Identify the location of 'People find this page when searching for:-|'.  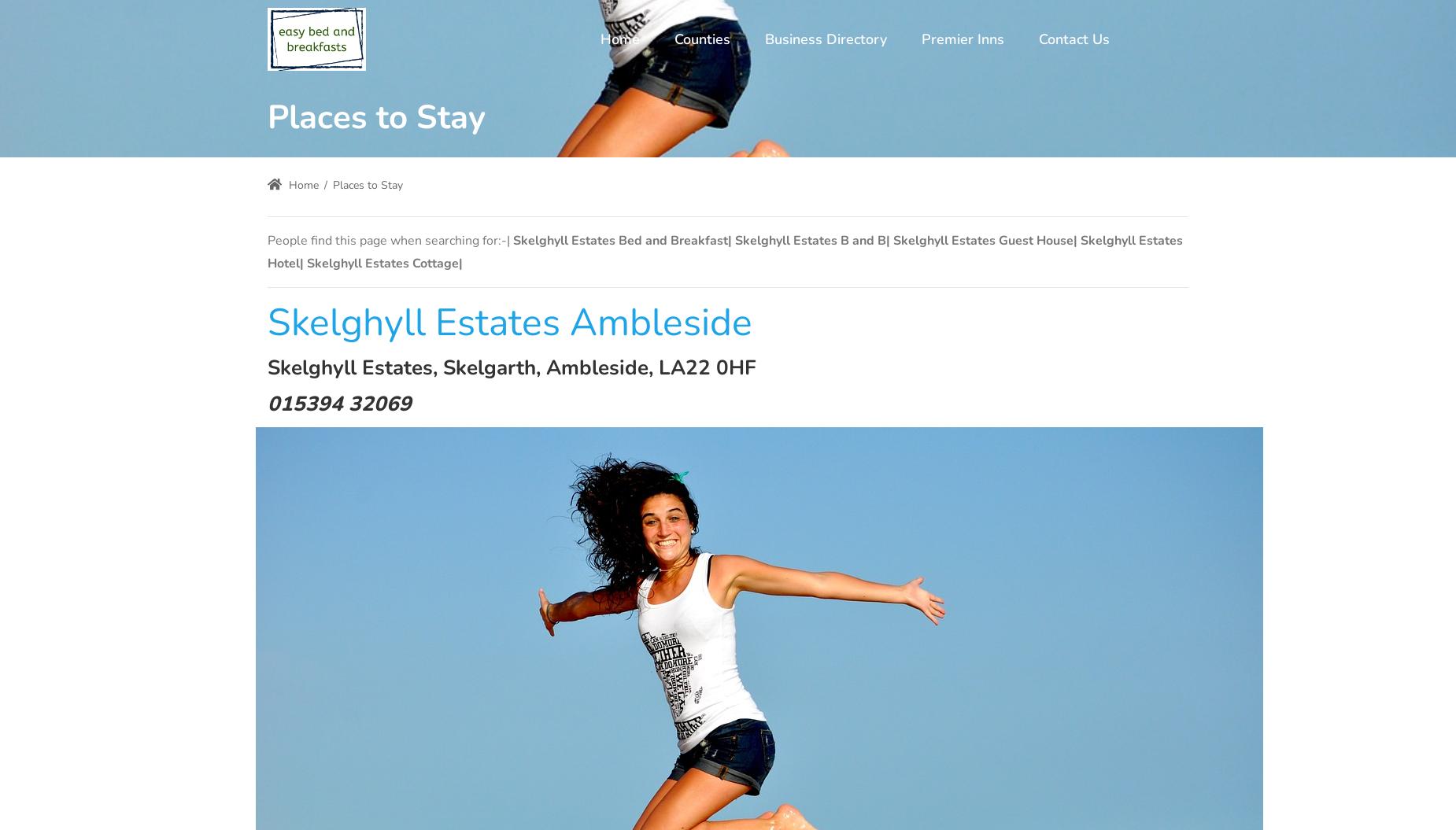
(390, 239).